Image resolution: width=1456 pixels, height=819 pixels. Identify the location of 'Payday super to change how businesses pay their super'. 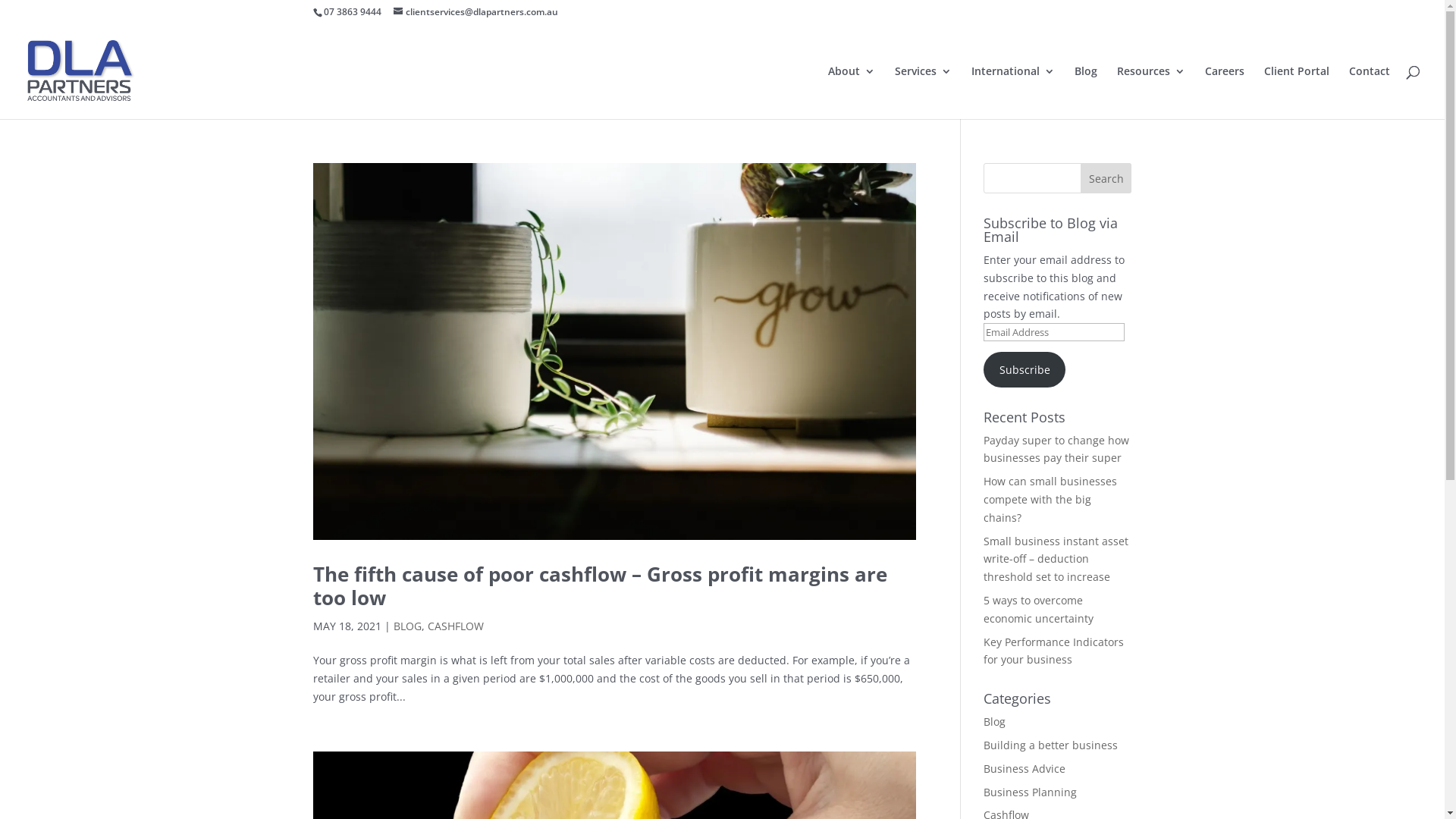
(1055, 448).